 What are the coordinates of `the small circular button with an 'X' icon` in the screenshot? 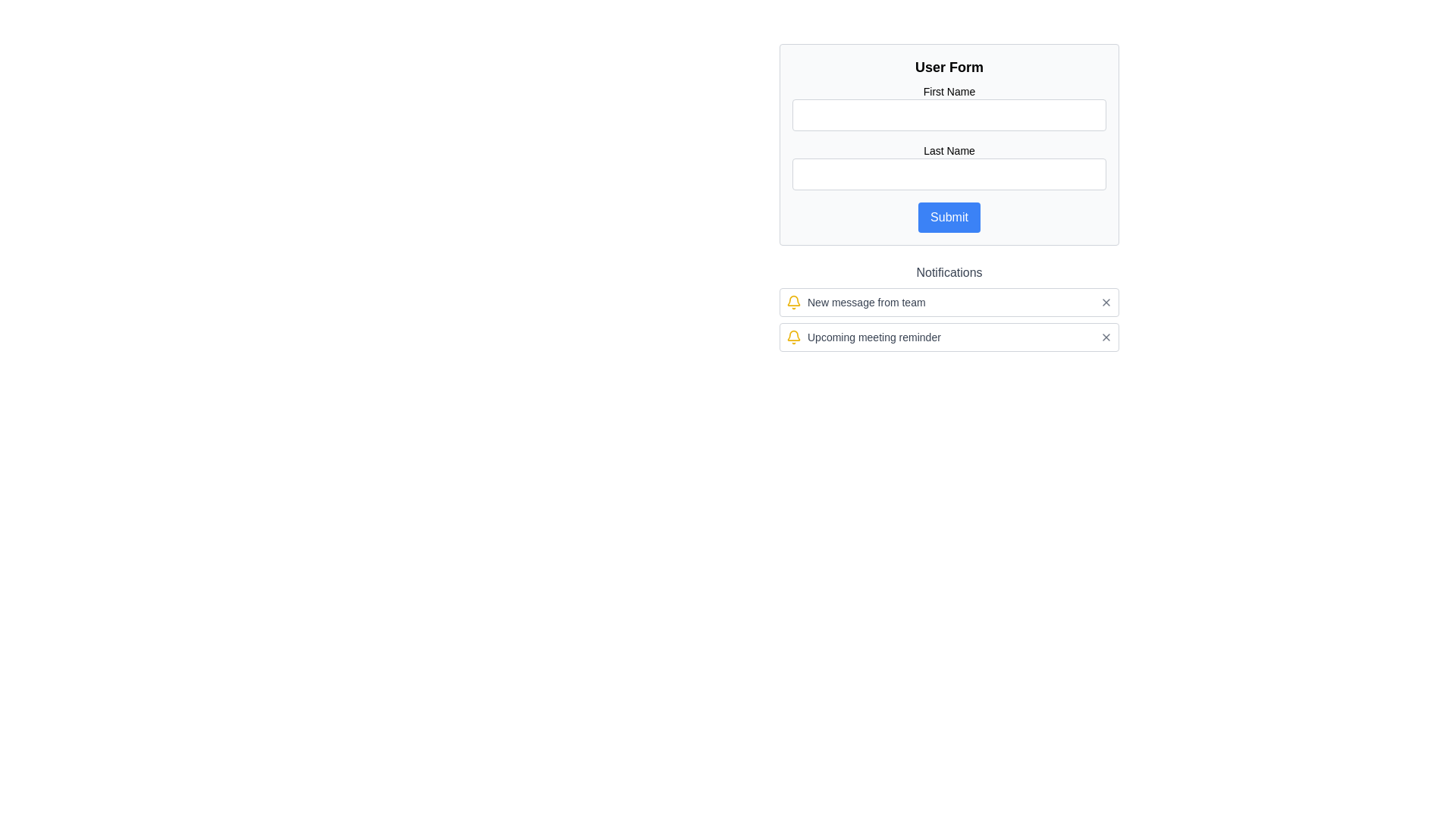 It's located at (1106, 302).